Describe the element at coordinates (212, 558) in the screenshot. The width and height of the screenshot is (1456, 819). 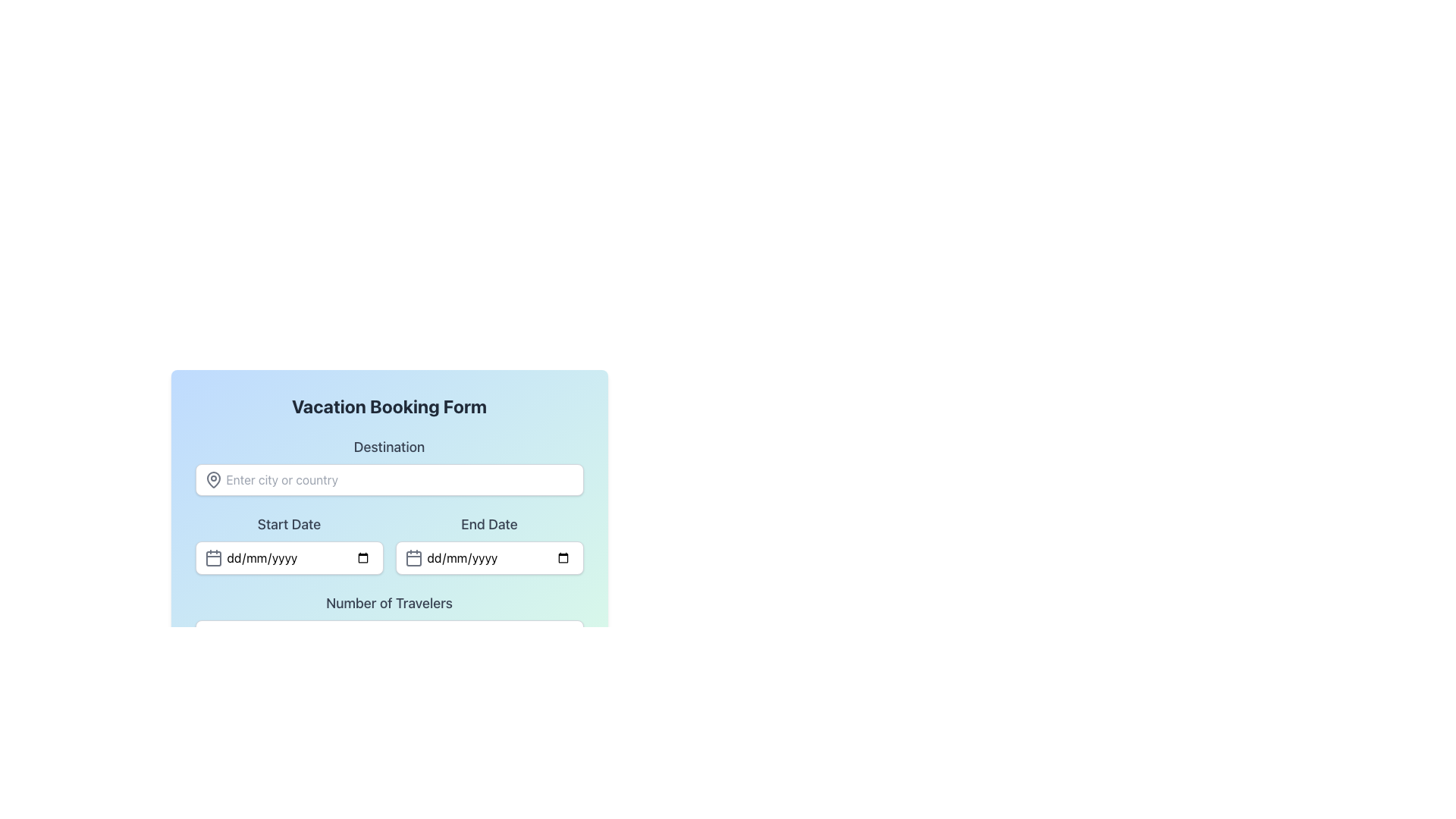
I see `the calendar icon located to the far left of the 'Start Date' input field, which features a modern gray design with thin lines` at that location.